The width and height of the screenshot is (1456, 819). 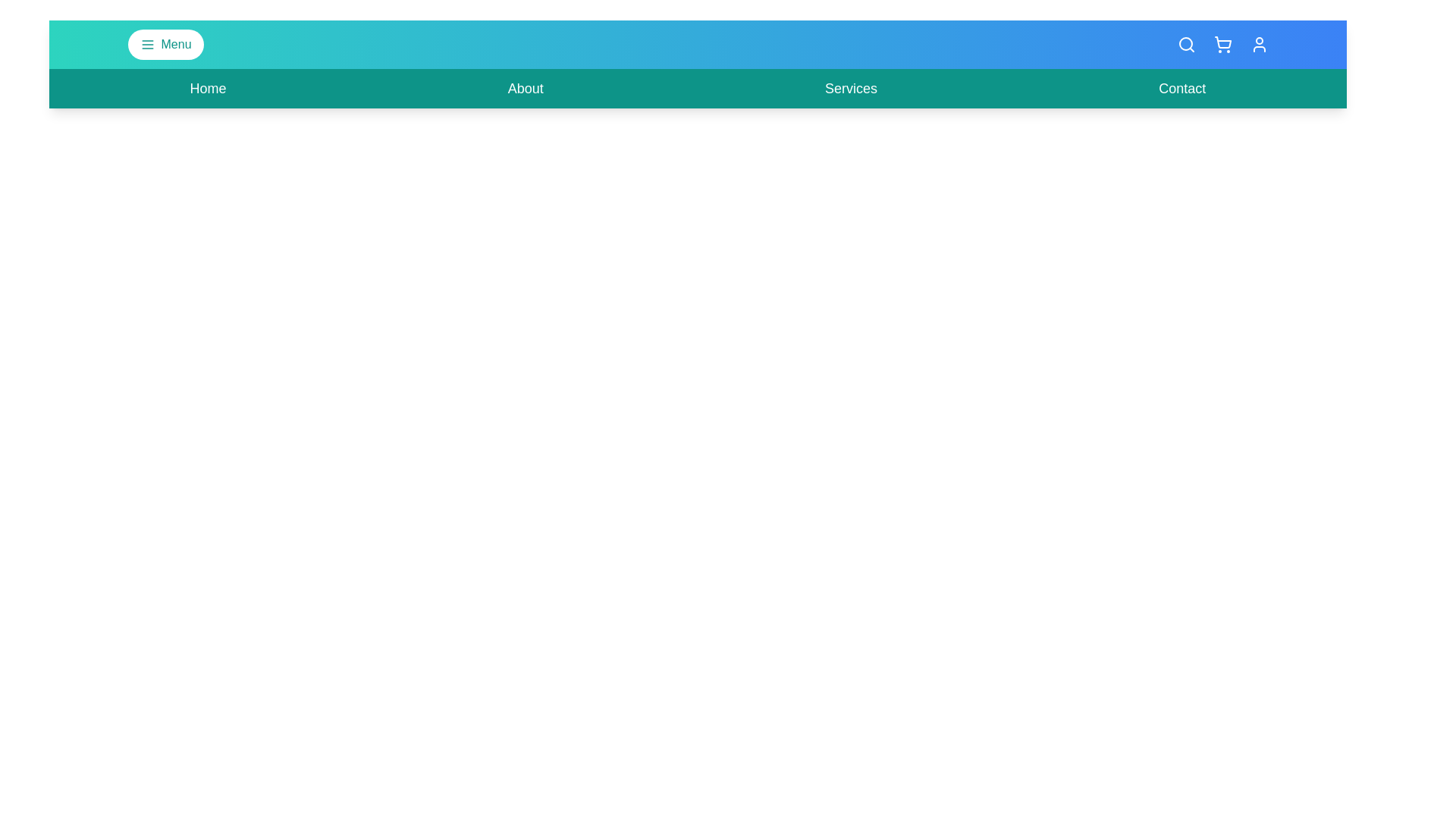 What do you see at coordinates (165, 43) in the screenshot?
I see `the 'Menu' button to toggle the menu visibility` at bounding box center [165, 43].